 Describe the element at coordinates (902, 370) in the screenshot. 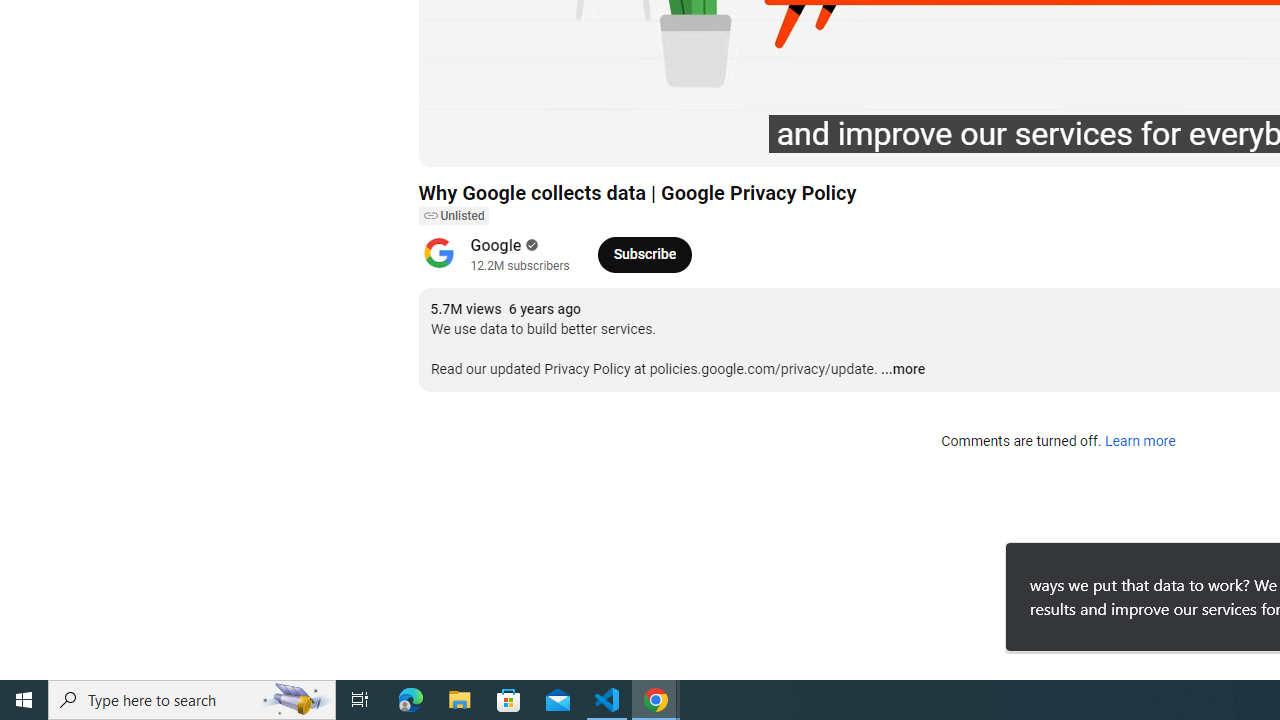

I see `'...more'` at that location.